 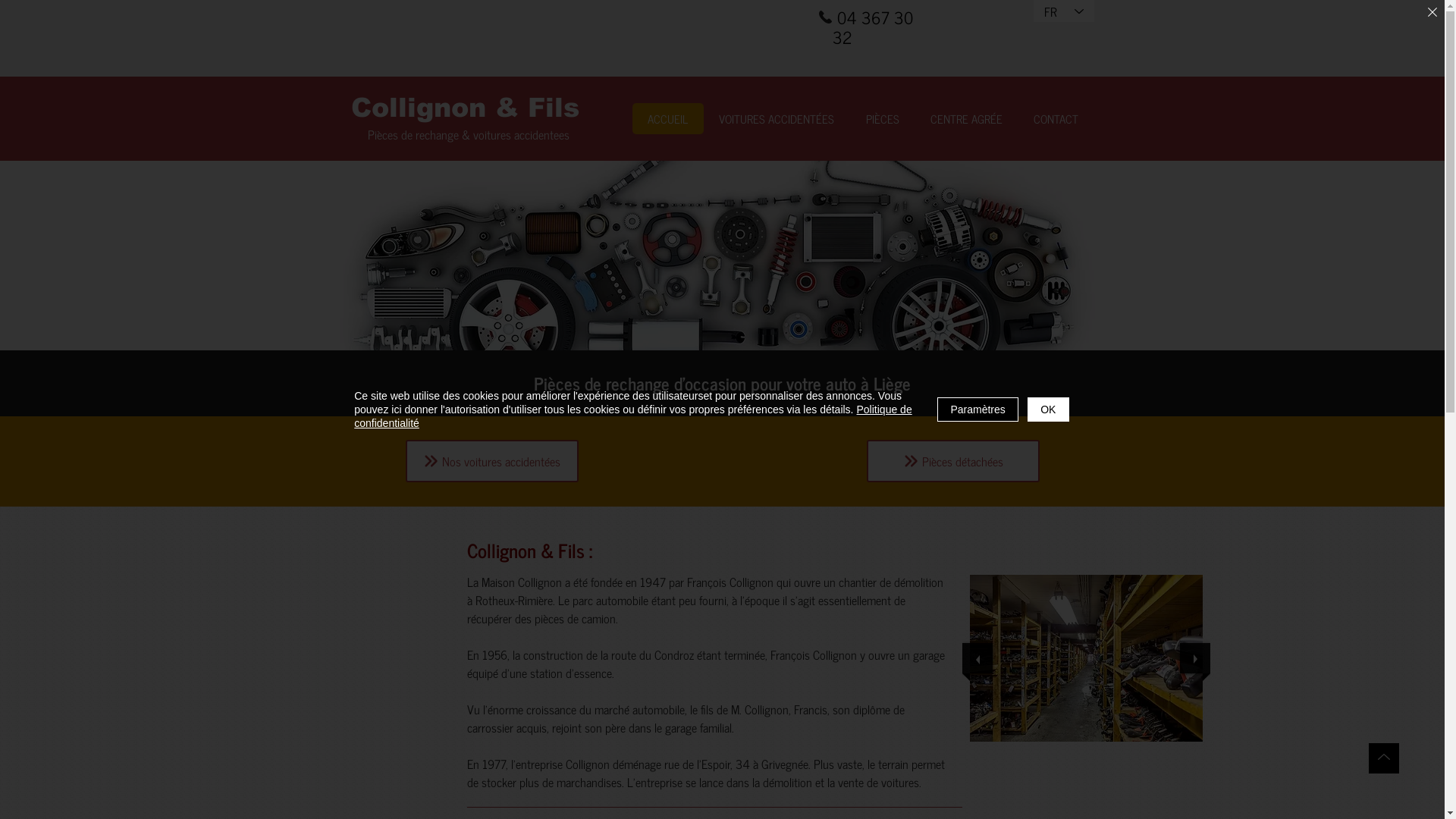 I want to click on 'OK', so click(x=1047, y=409).